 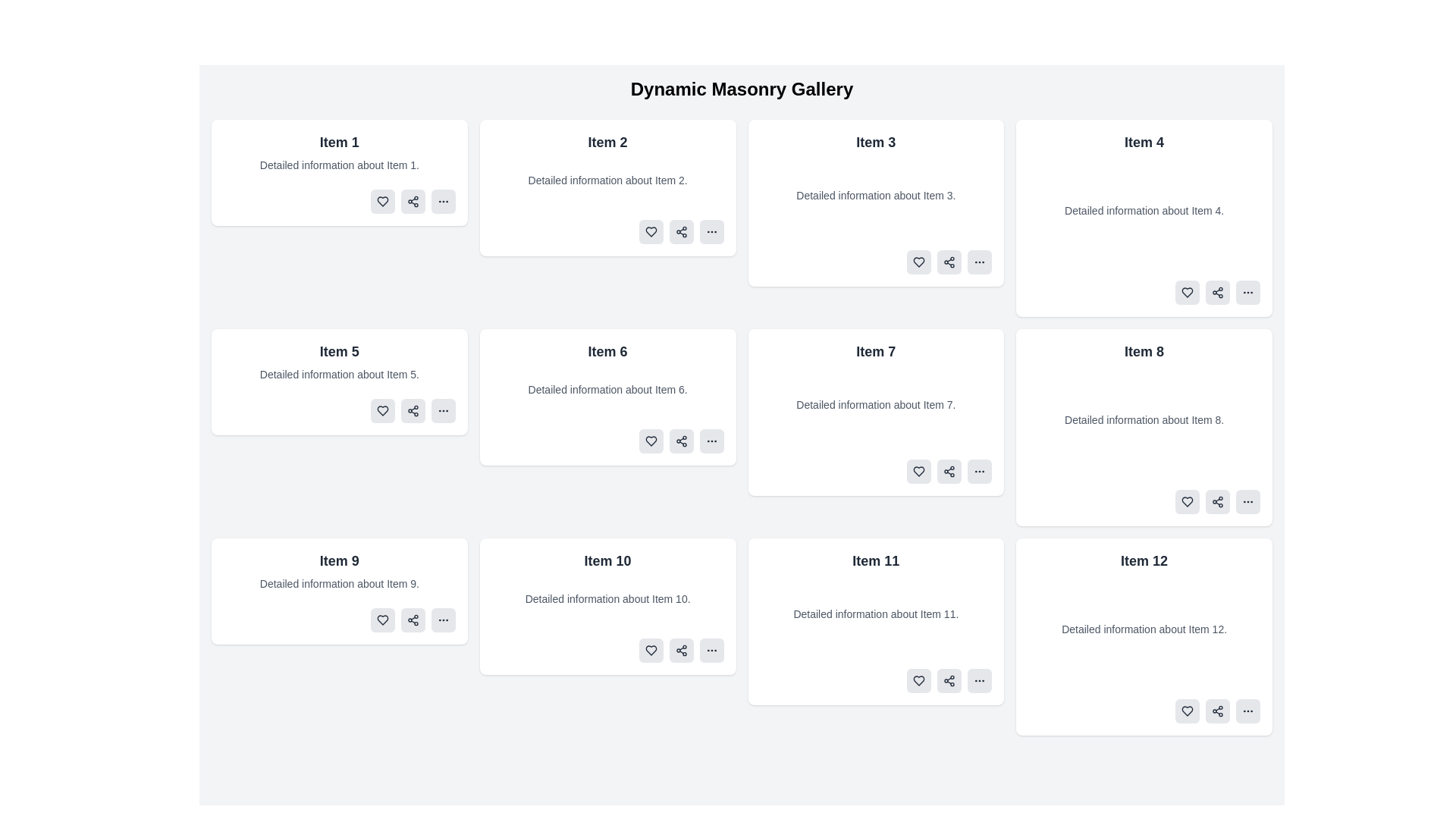 What do you see at coordinates (382, 620) in the screenshot?
I see `the heart-shaped icon button outlined in dark color within the 'Item 9' card` at bounding box center [382, 620].